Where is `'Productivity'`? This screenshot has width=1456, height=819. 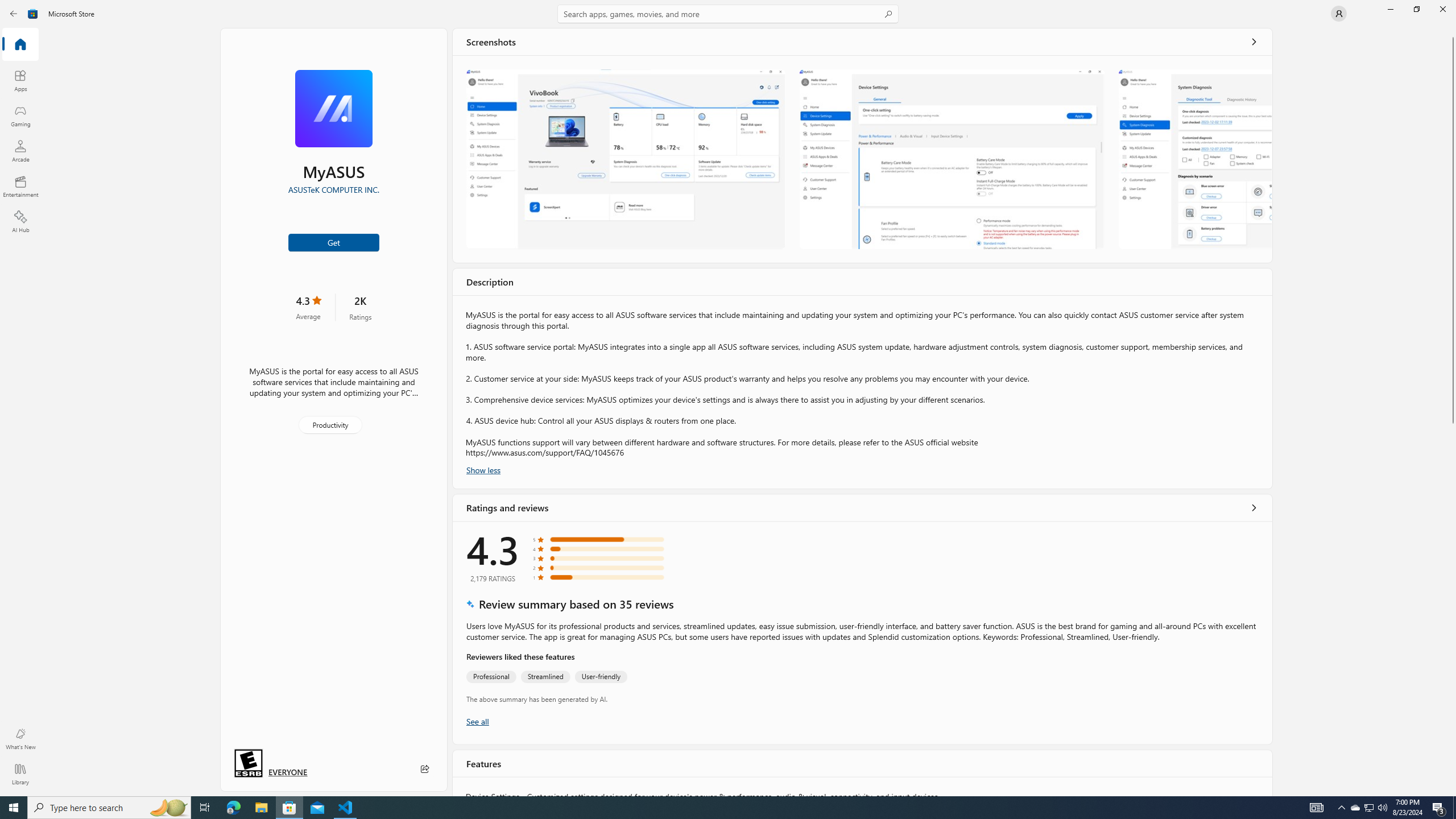
'Productivity' is located at coordinates (329, 424).